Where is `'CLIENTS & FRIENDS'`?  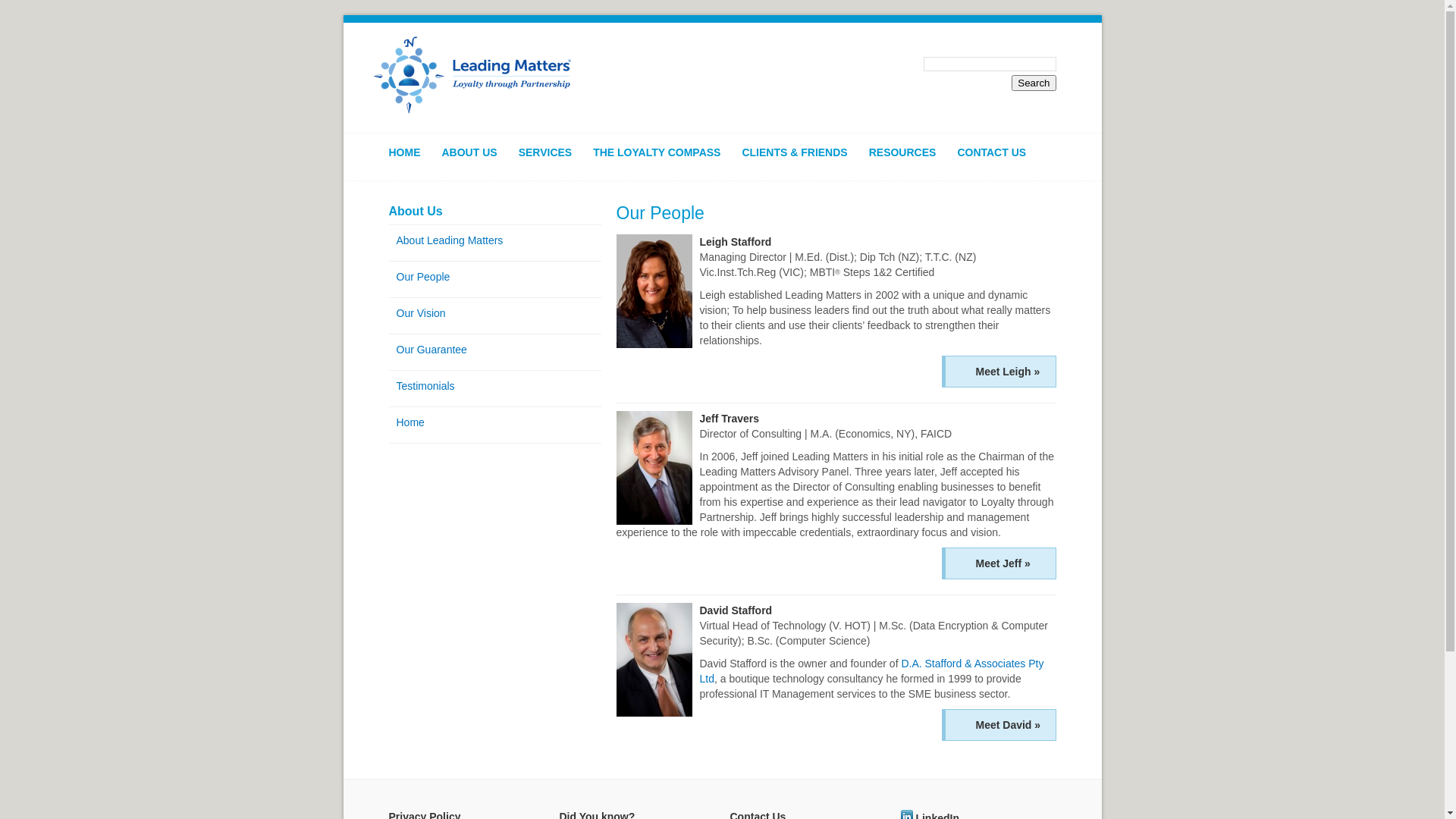
'CLIENTS & FRIENDS' is located at coordinates (801, 160).